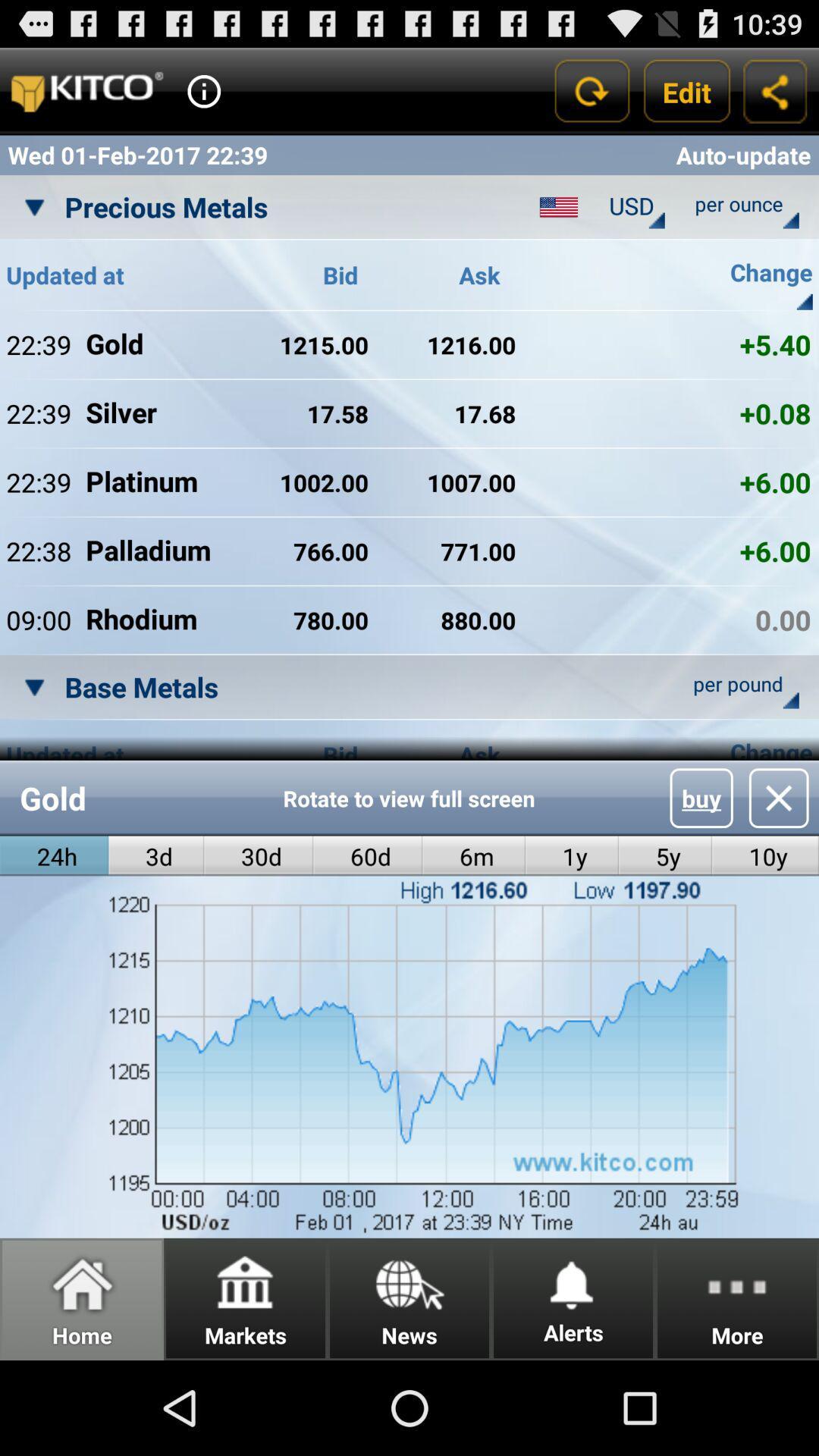 This screenshot has height=1456, width=819. I want to click on exit the graph, so click(779, 797).